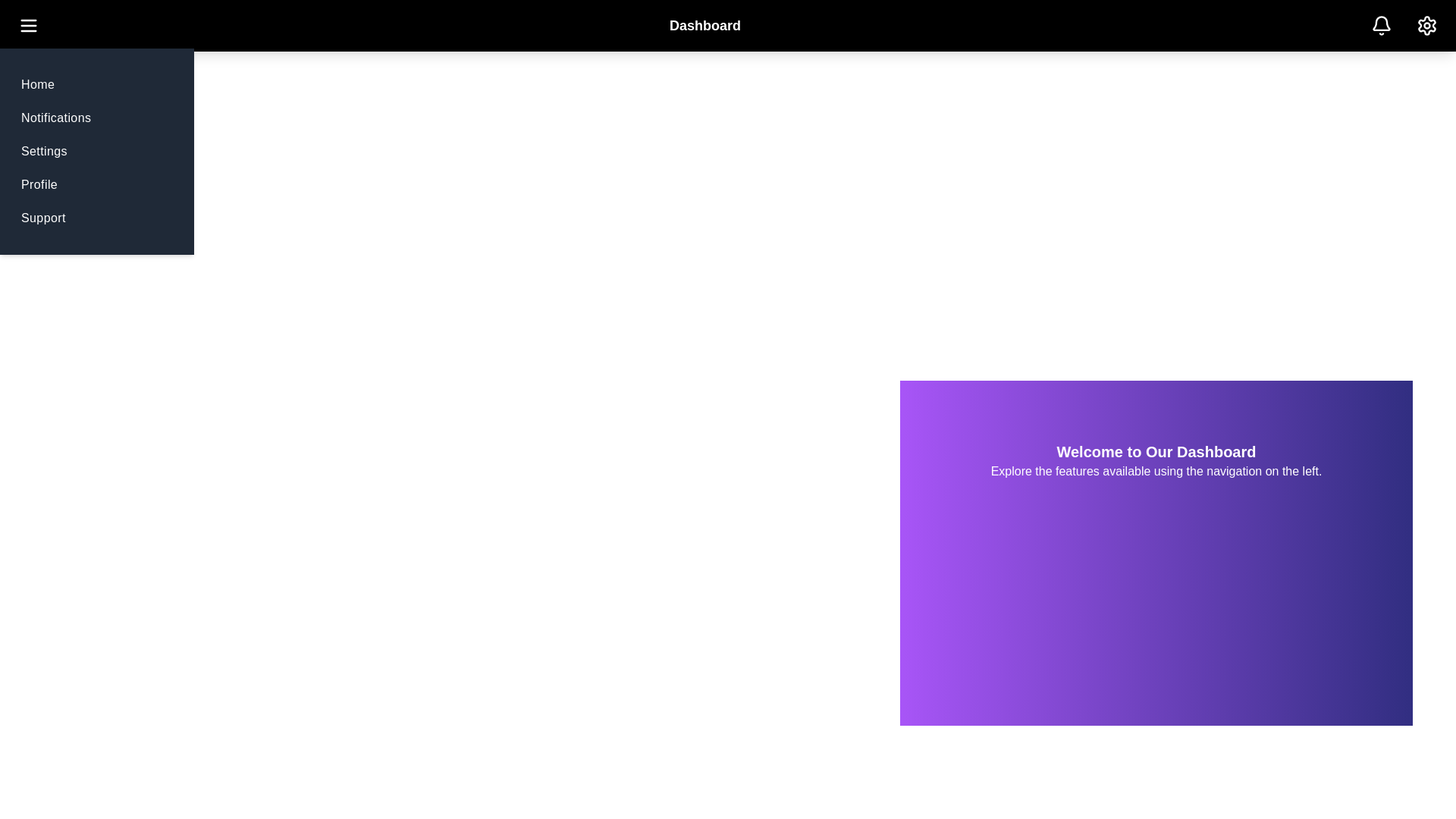  What do you see at coordinates (43, 152) in the screenshot?
I see `the navigation menu item Settings` at bounding box center [43, 152].